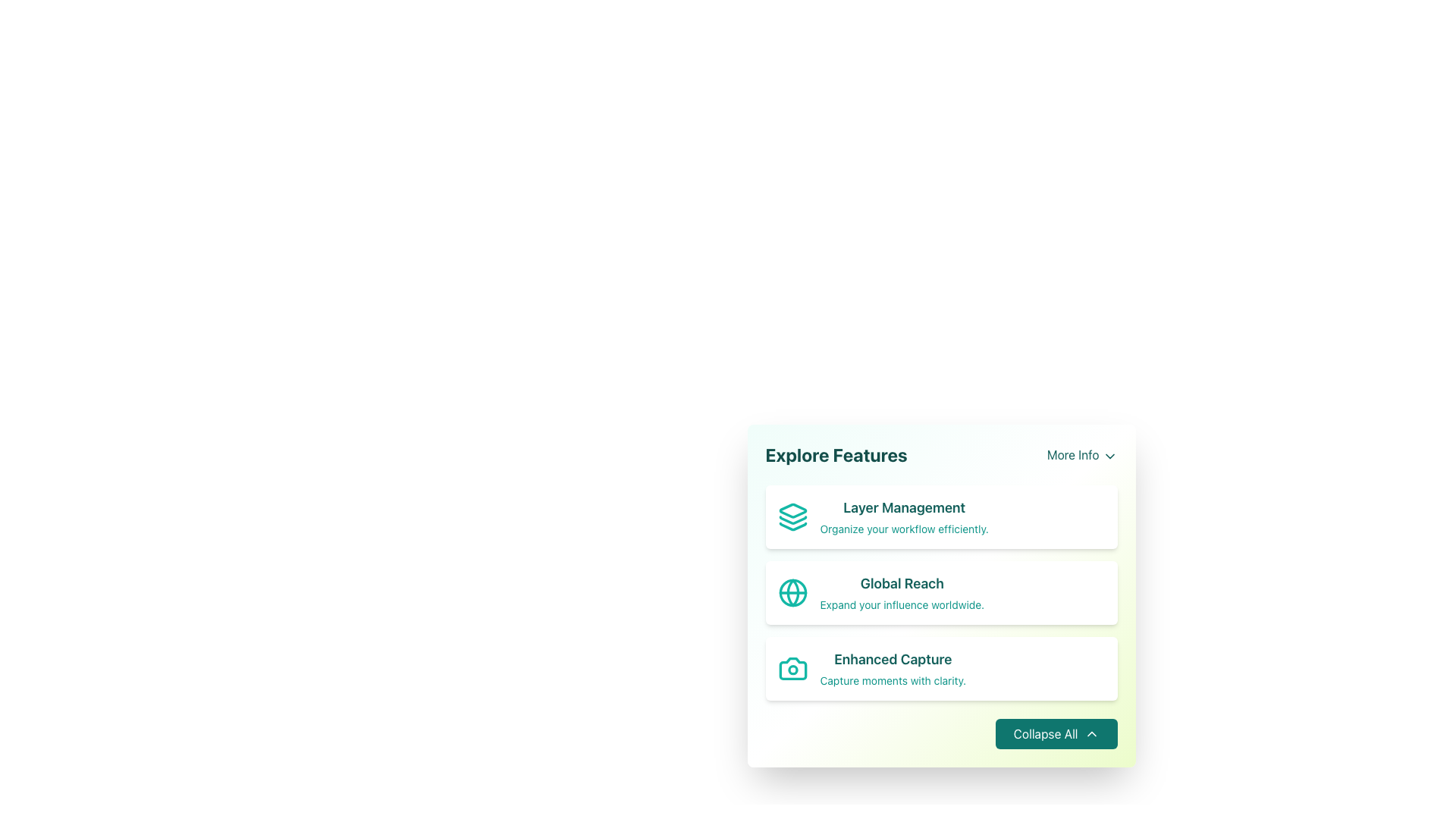 The image size is (1456, 819). Describe the element at coordinates (1081, 454) in the screenshot. I see `the 'More Info' textual link styled in teal color, located to the right of the 'Explore Features' title, to observe the styling change` at that location.